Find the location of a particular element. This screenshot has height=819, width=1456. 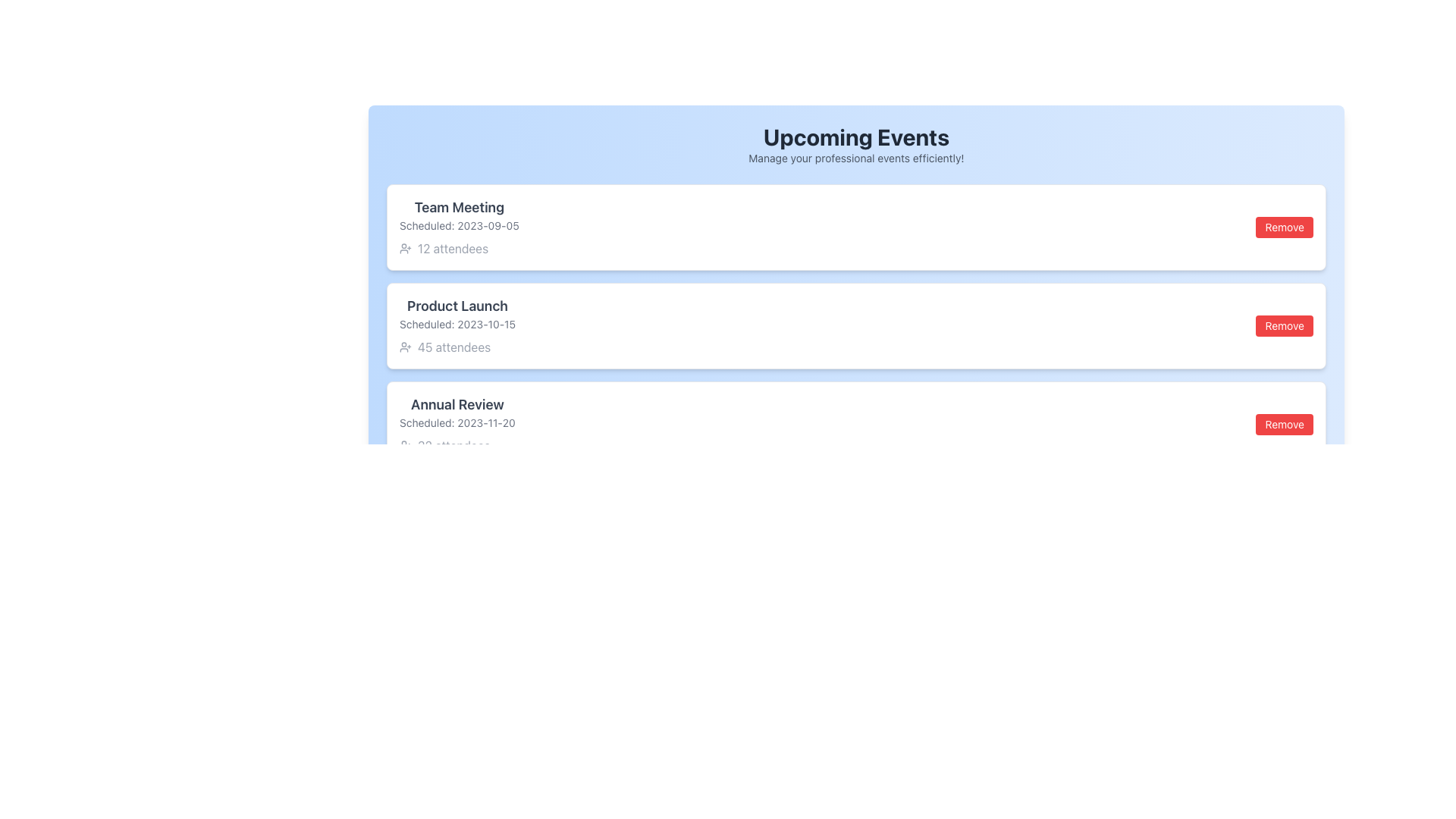

text element displaying '45 attendees', which is located beneath the event title 'Product Launch' and to the right of a user icon, indicating attendee information is located at coordinates (453, 347).